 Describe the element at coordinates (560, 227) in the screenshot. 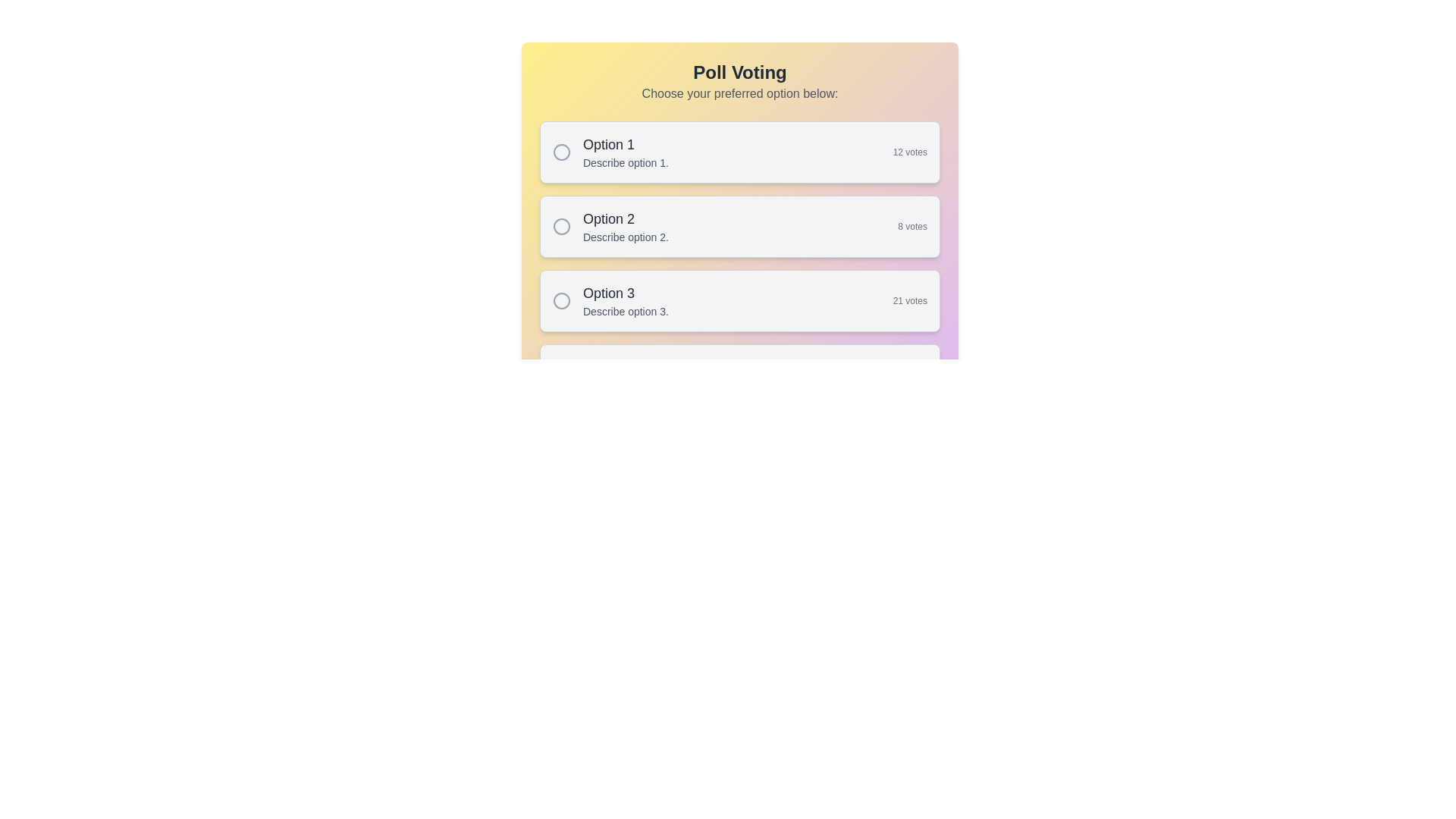

I see `the unselected radio button icon for 'Option 2' in the poll voting interface` at that location.